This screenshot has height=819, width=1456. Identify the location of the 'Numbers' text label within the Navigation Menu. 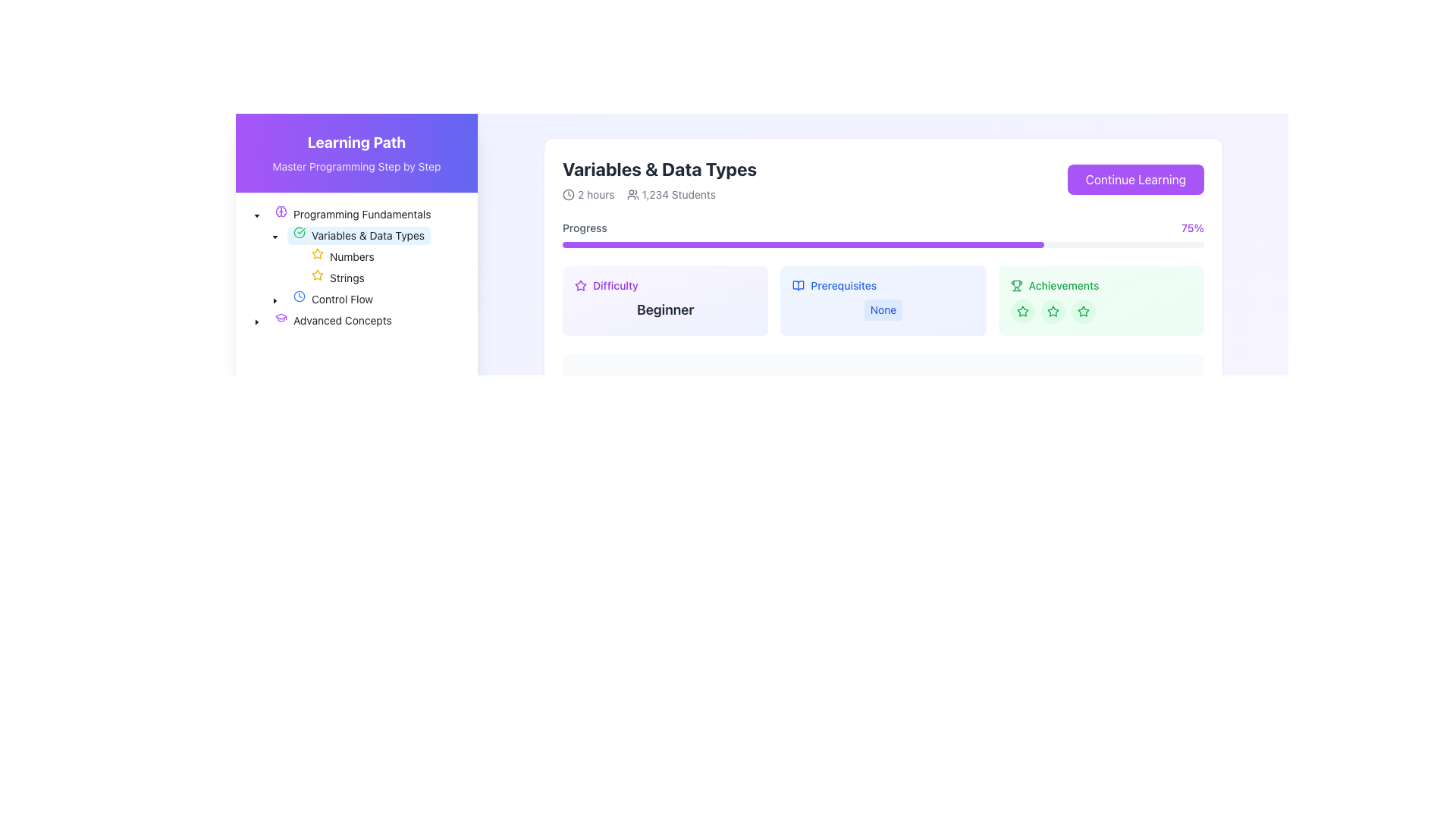
(351, 256).